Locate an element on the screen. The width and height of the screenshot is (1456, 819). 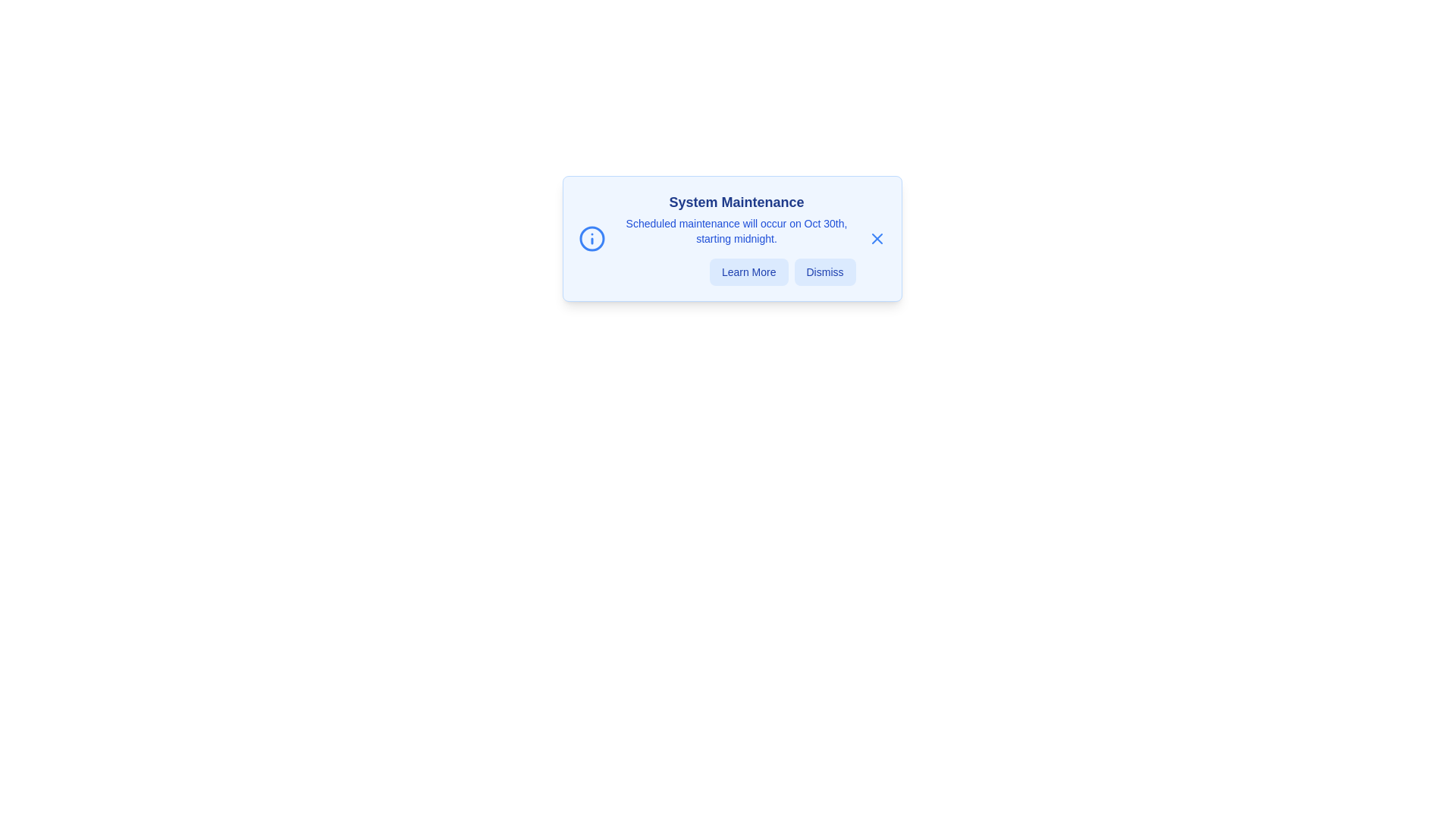
the close button icon in the top-right corner of the message box, adjacent to the title 'System Maintenance' is located at coordinates (877, 239).